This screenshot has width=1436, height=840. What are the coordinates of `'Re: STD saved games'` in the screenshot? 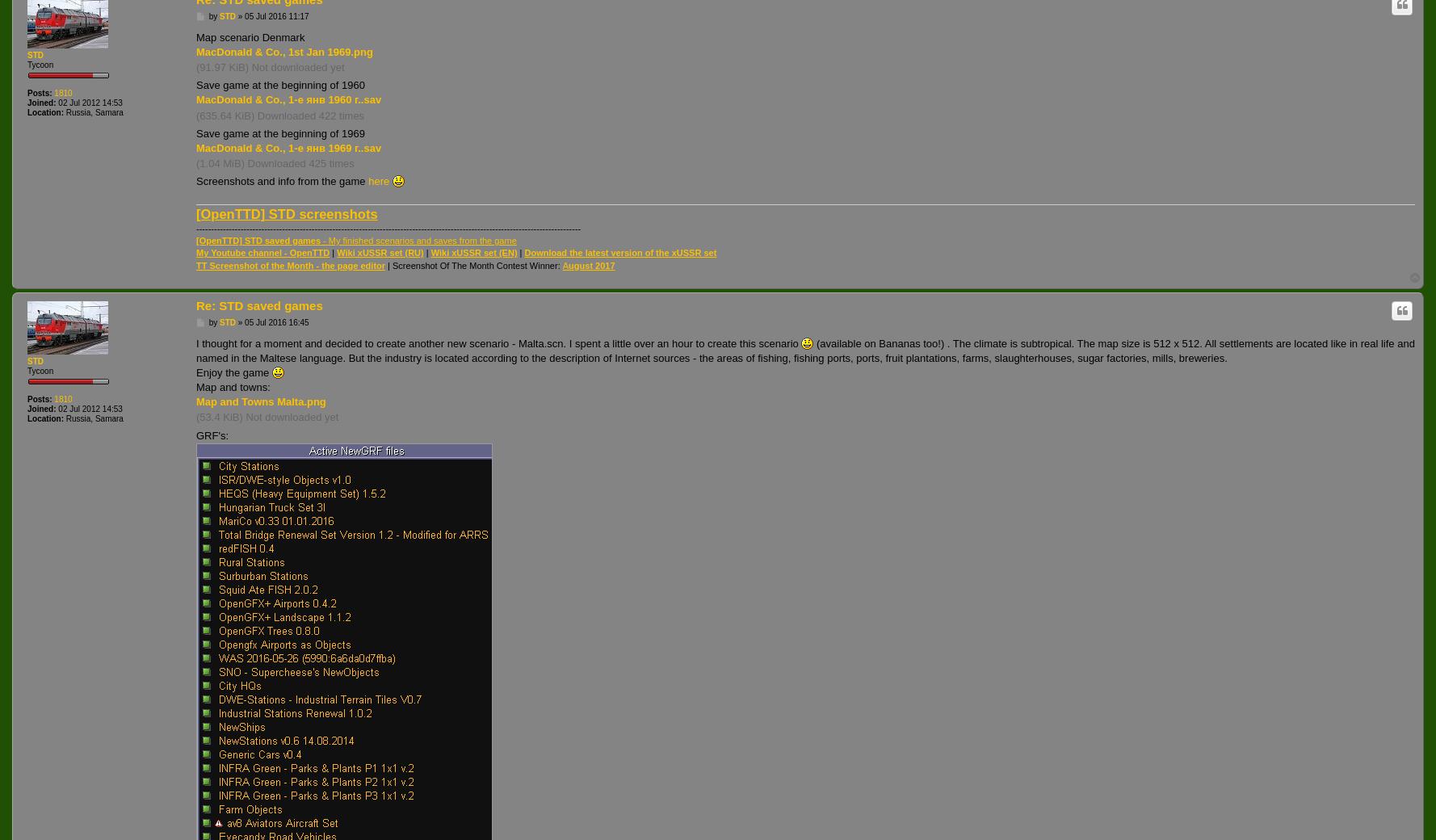 It's located at (258, 304).